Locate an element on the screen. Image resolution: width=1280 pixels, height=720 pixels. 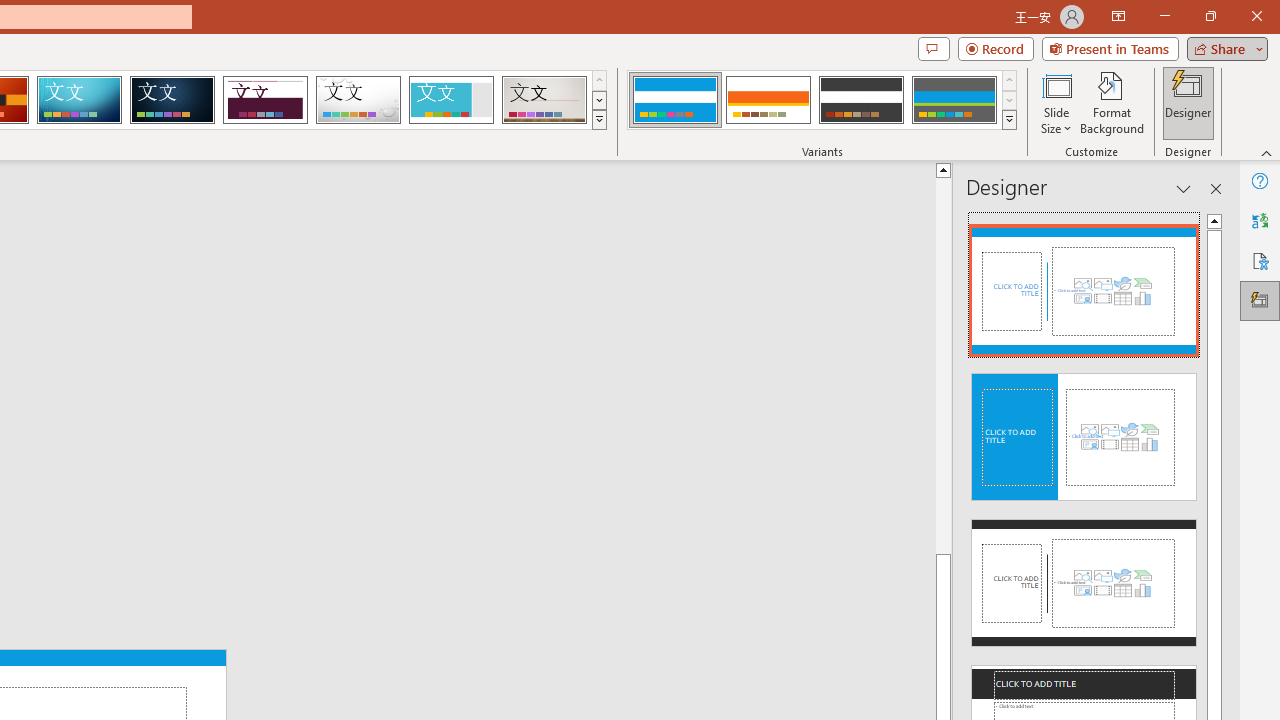
'Format Background' is located at coordinates (1111, 103).